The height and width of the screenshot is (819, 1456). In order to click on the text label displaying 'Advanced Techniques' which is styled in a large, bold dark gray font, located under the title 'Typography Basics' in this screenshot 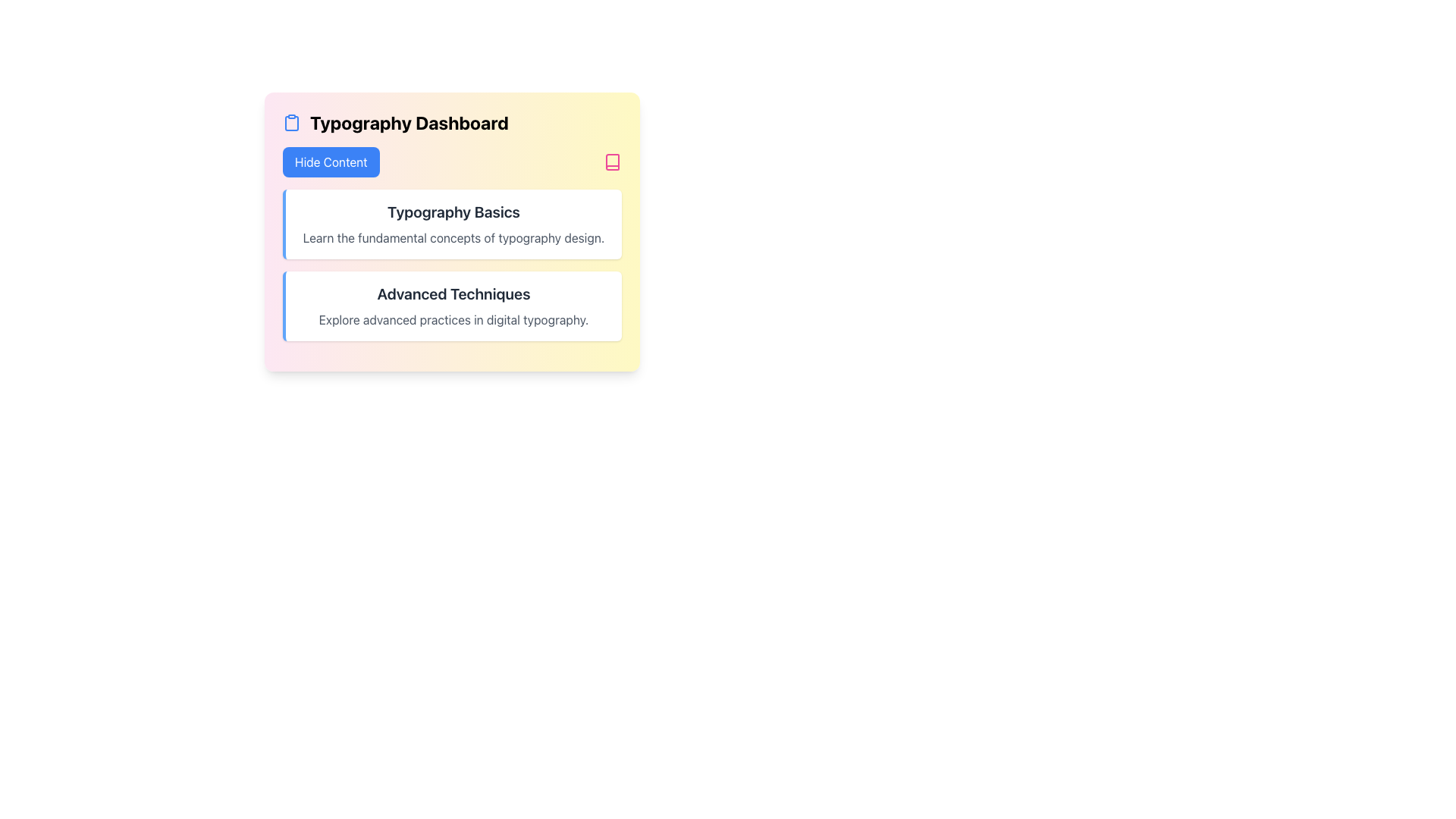, I will do `click(453, 294)`.